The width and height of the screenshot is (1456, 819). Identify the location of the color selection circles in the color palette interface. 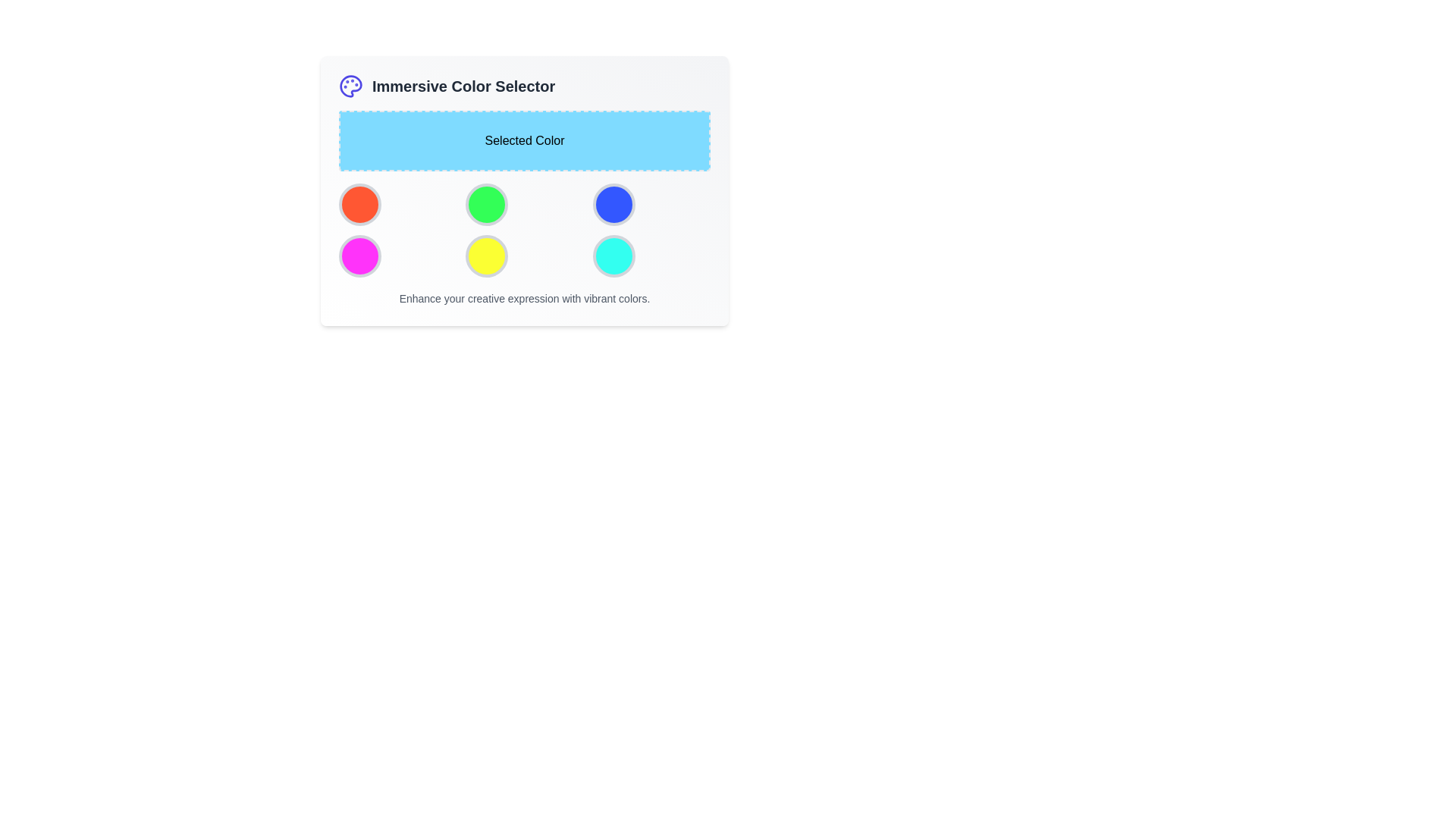
(524, 190).